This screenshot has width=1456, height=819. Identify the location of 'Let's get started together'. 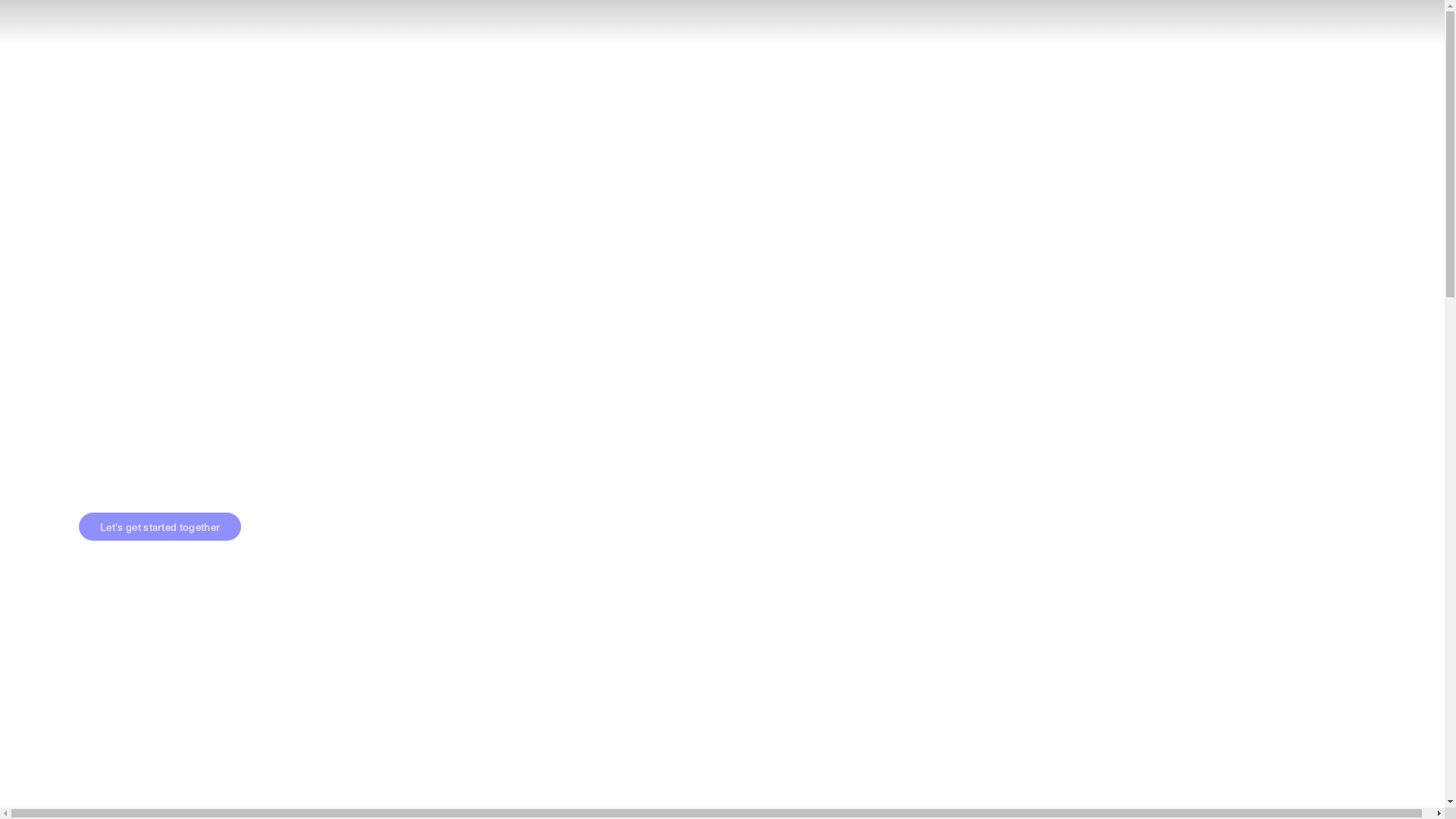
(78, 526).